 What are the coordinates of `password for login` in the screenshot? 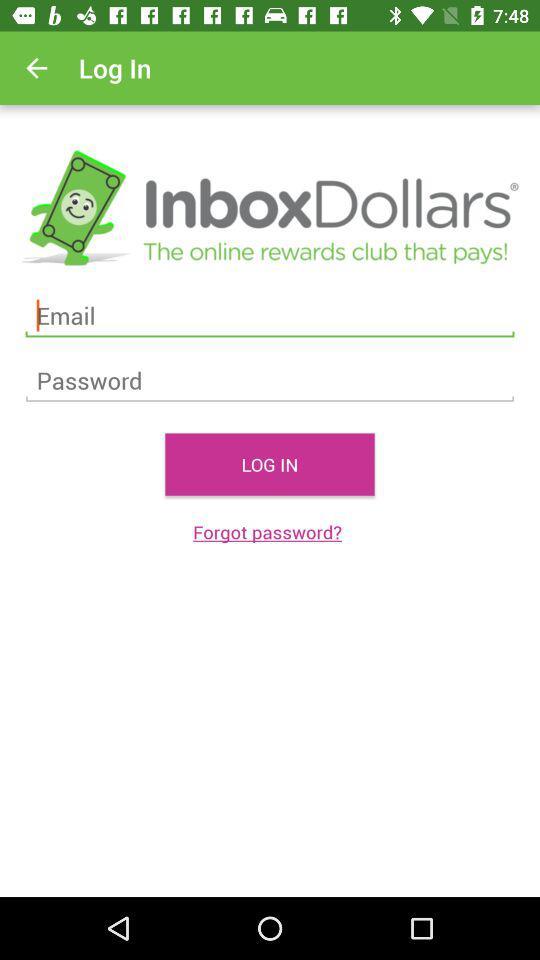 It's located at (270, 380).